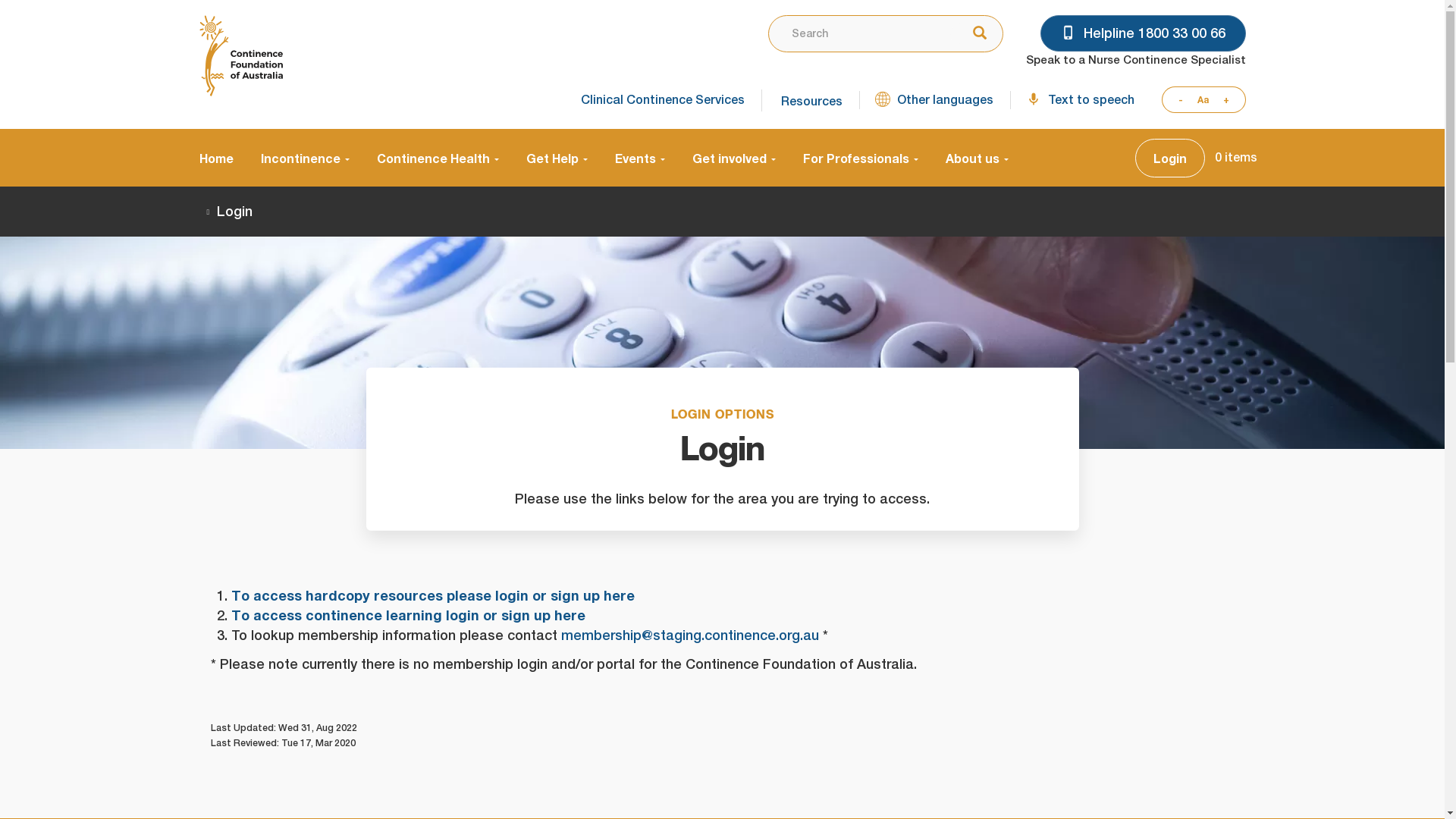  What do you see at coordinates (1188, 99) in the screenshot?
I see `'Aa'` at bounding box center [1188, 99].